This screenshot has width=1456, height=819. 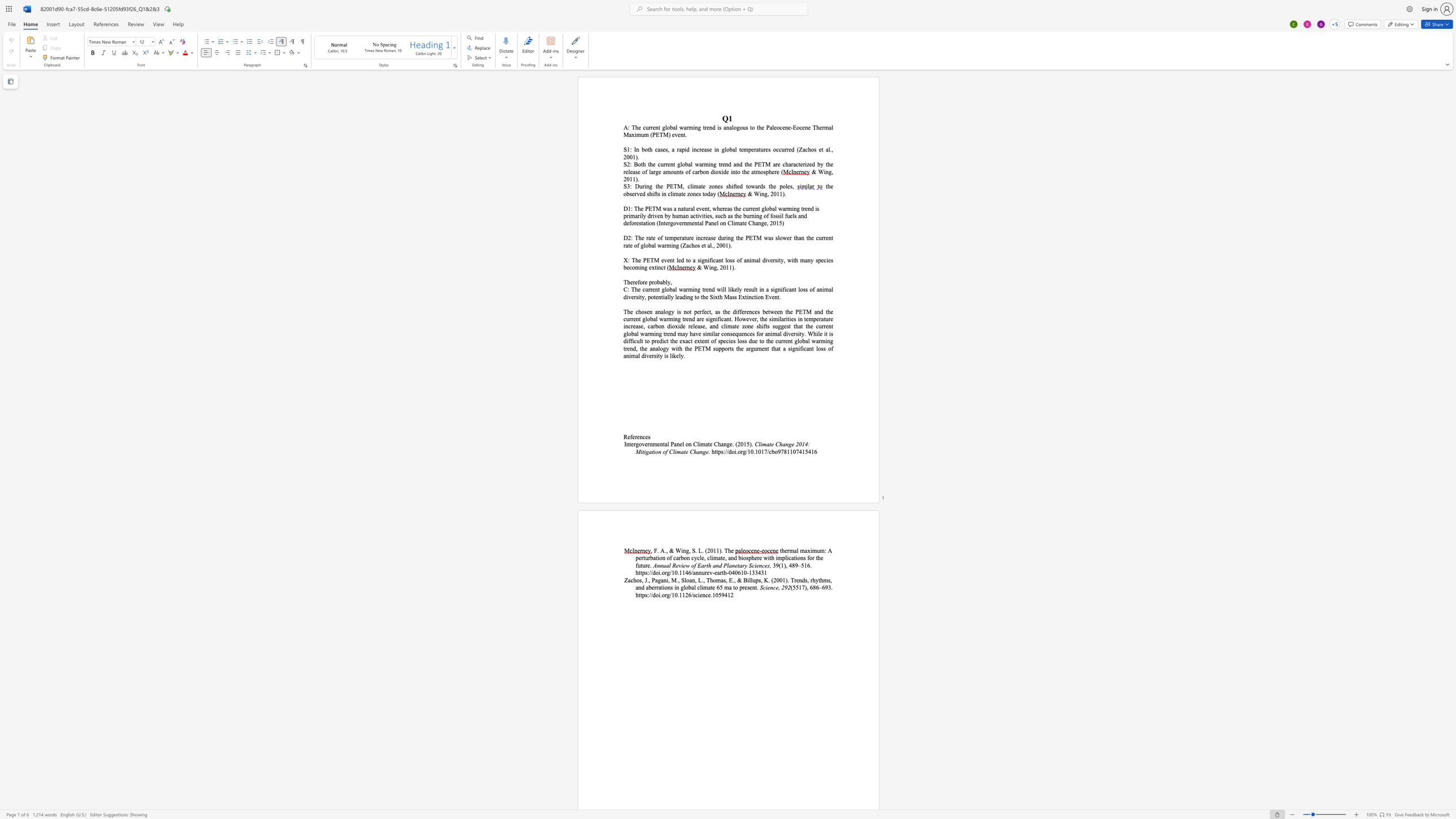 What do you see at coordinates (639, 587) in the screenshot?
I see `the 1th character "n" in the text` at bounding box center [639, 587].